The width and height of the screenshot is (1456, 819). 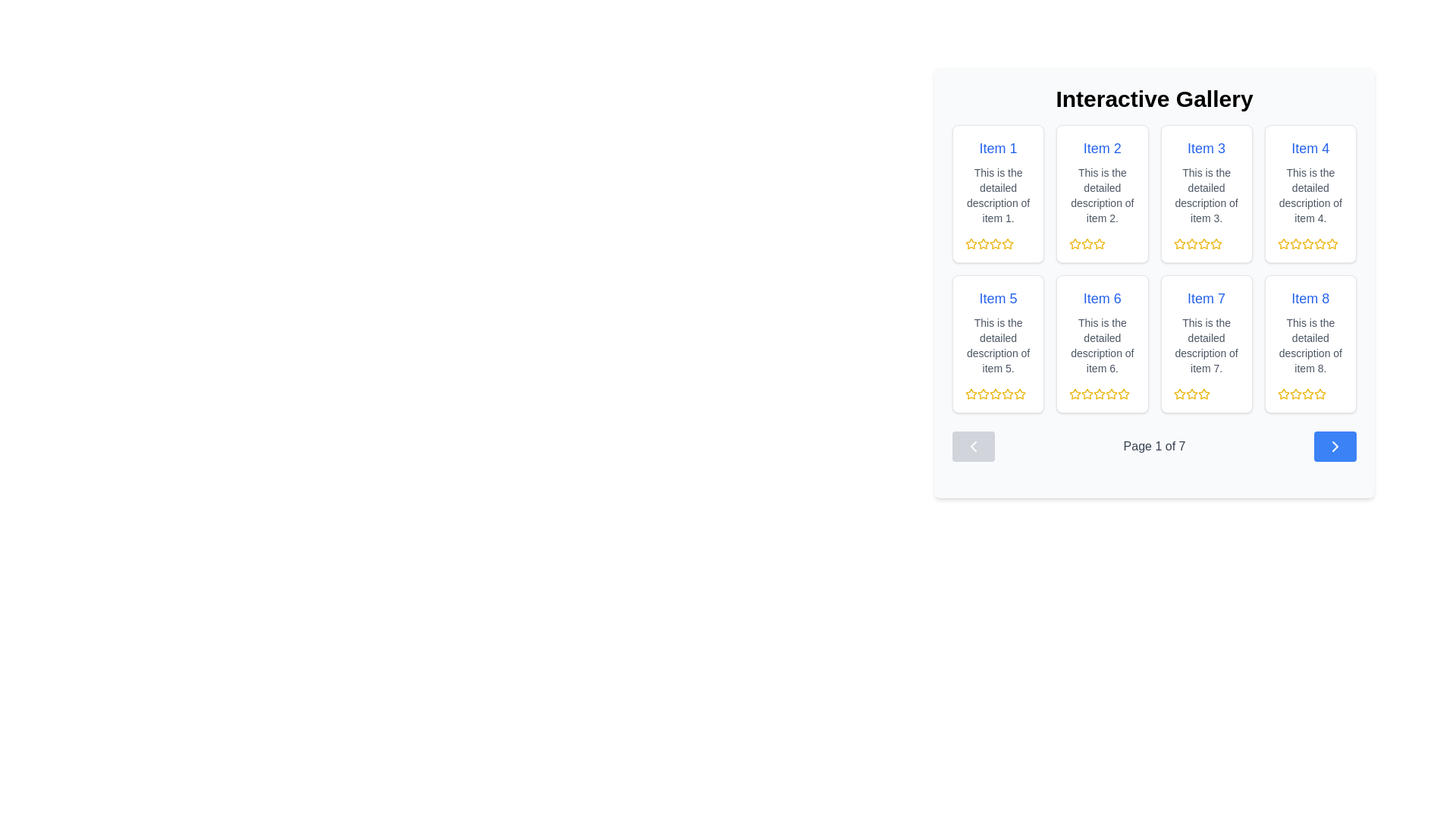 What do you see at coordinates (1178, 243) in the screenshot?
I see `the yellow star-shaped rating icon located below the text 'Item 3' to provide a rating` at bounding box center [1178, 243].